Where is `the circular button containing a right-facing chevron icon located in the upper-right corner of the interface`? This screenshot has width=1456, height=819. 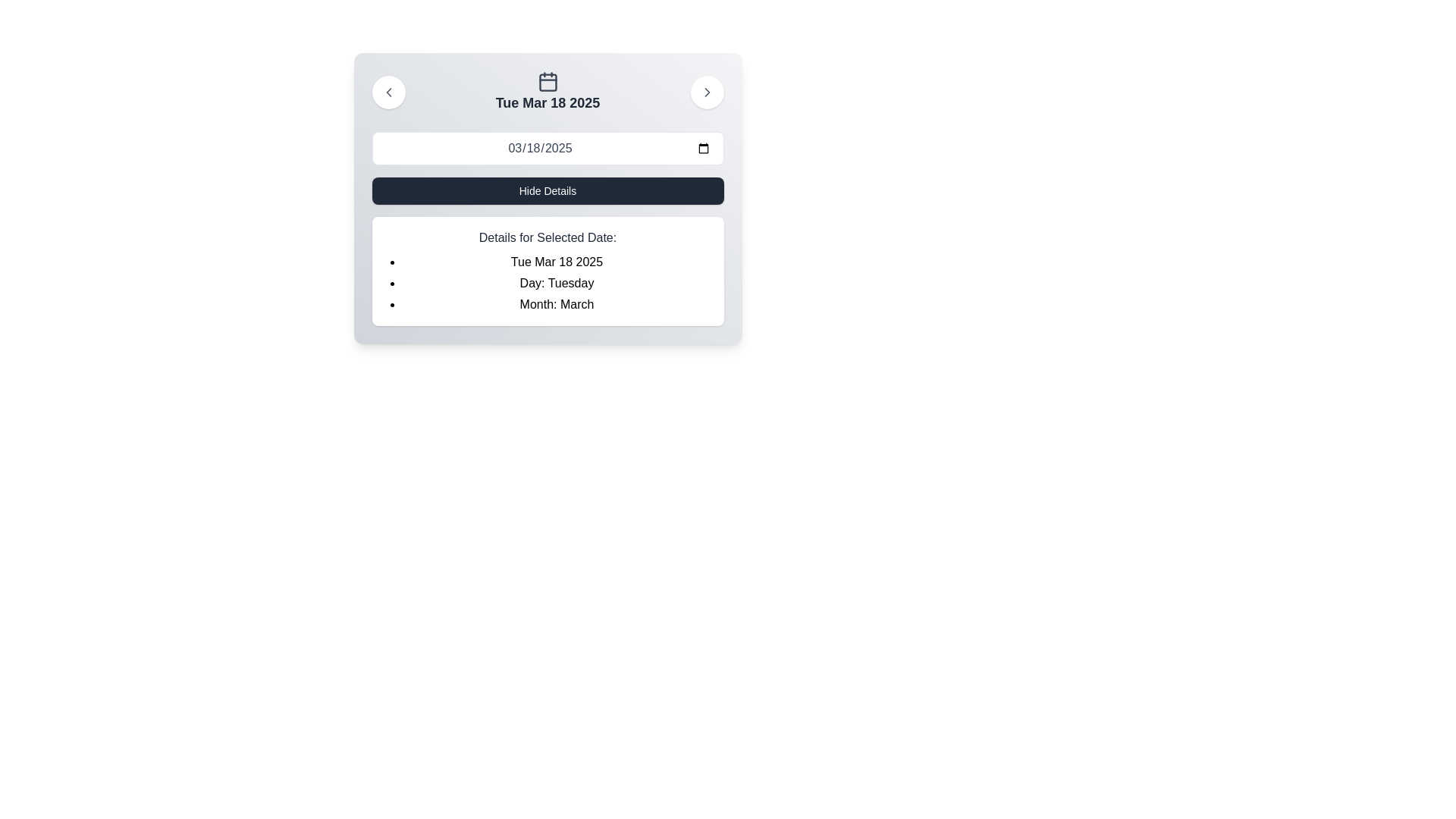
the circular button containing a right-facing chevron icon located in the upper-right corner of the interface is located at coordinates (706, 93).